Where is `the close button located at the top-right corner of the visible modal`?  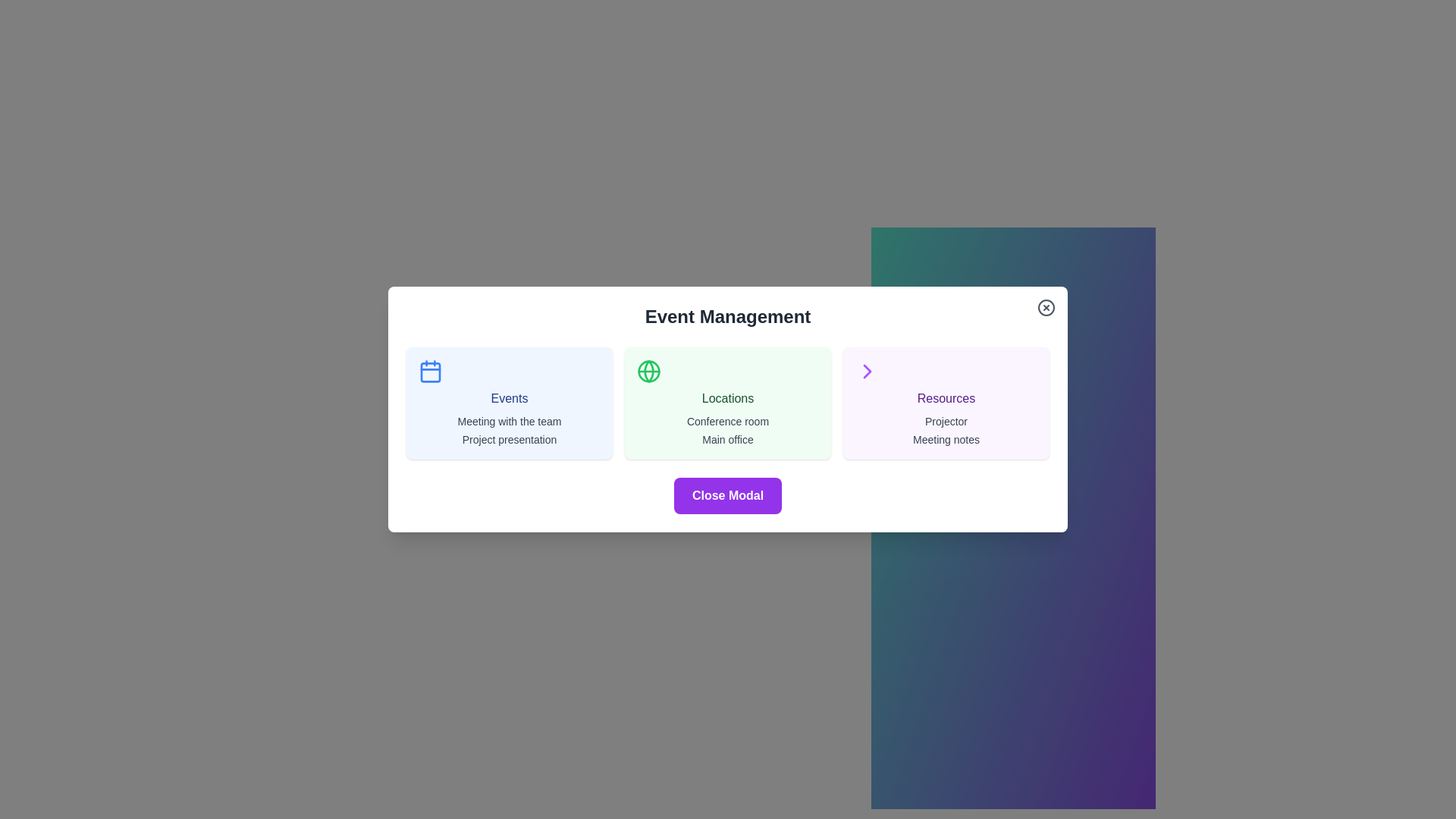
the close button located at the top-right corner of the visible modal is located at coordinates (1046, 307).